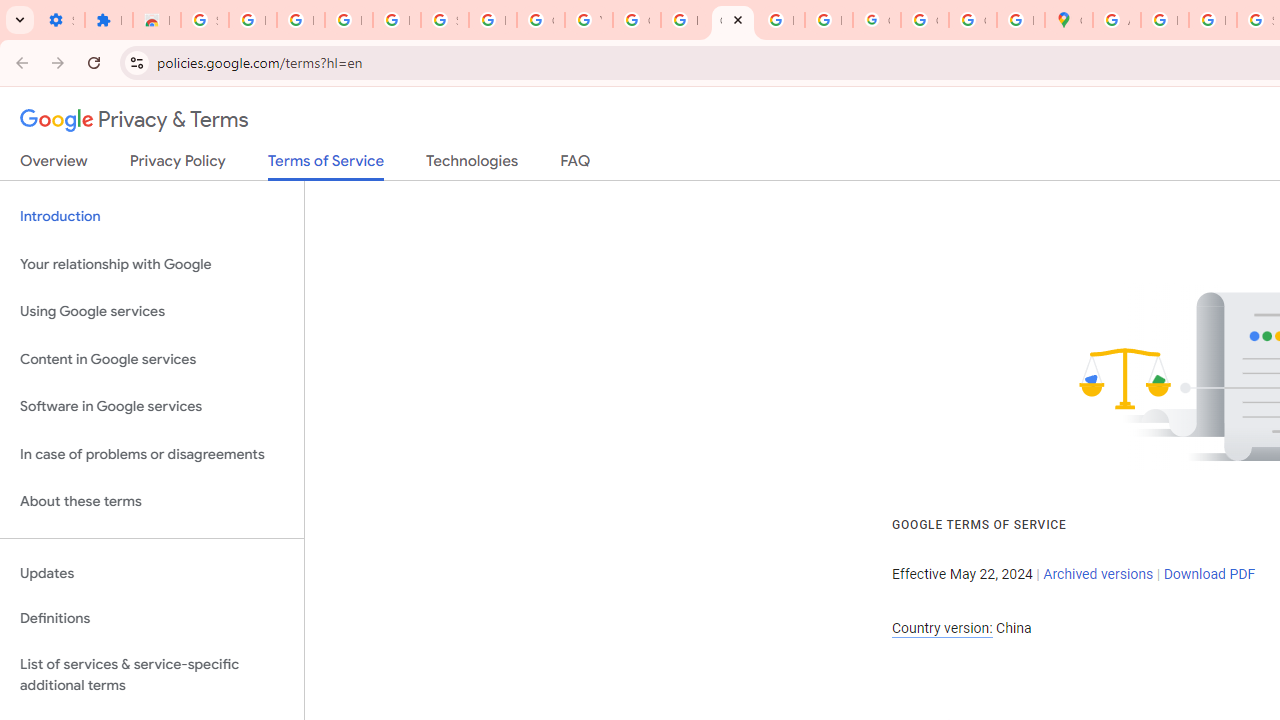  What do you see at coordinates (60, 20) in the screenshot?
I see `'Settings - On startup'` at bounding box center [60, 20].